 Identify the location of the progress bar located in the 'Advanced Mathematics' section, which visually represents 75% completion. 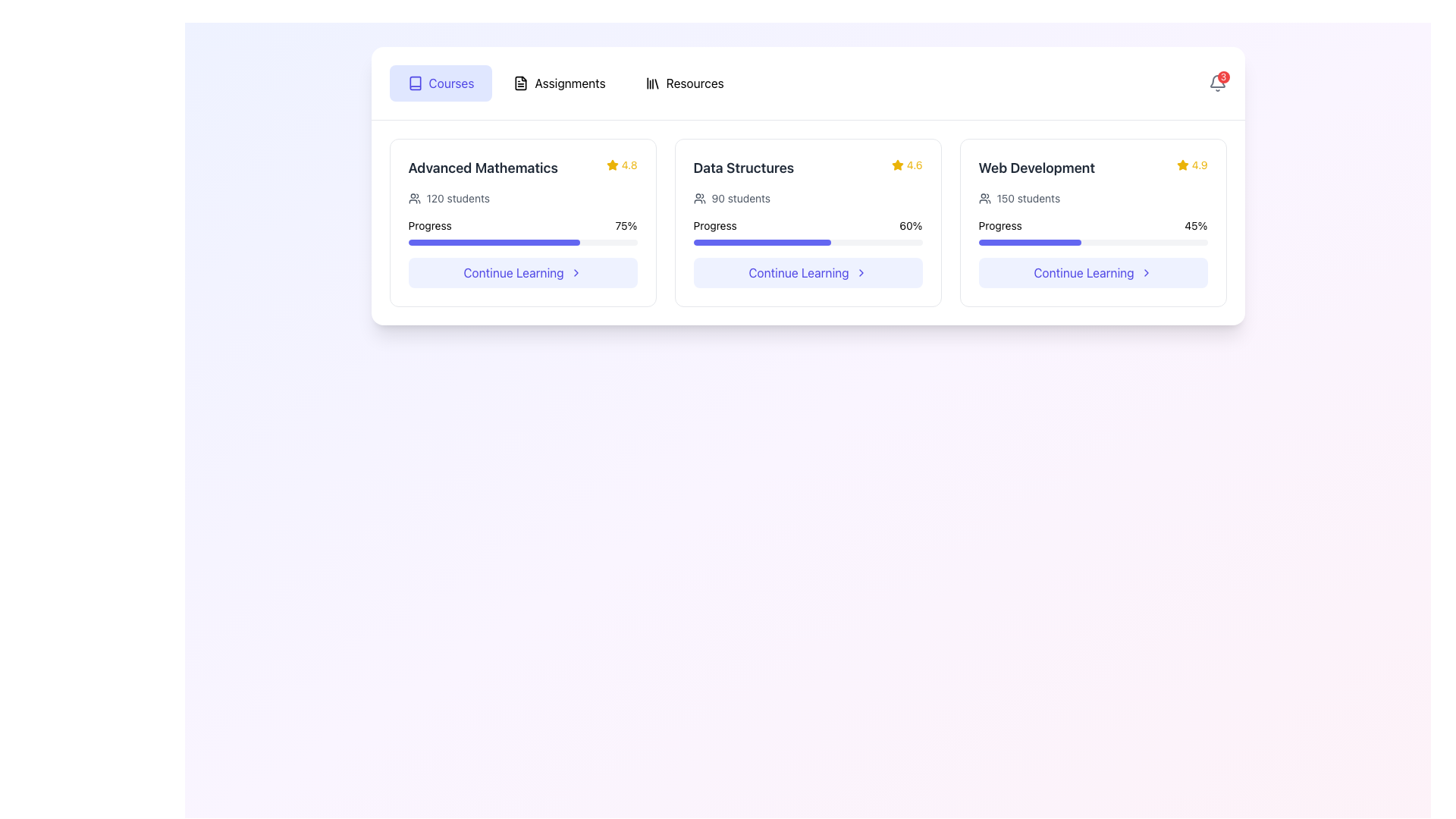
(522, 231).